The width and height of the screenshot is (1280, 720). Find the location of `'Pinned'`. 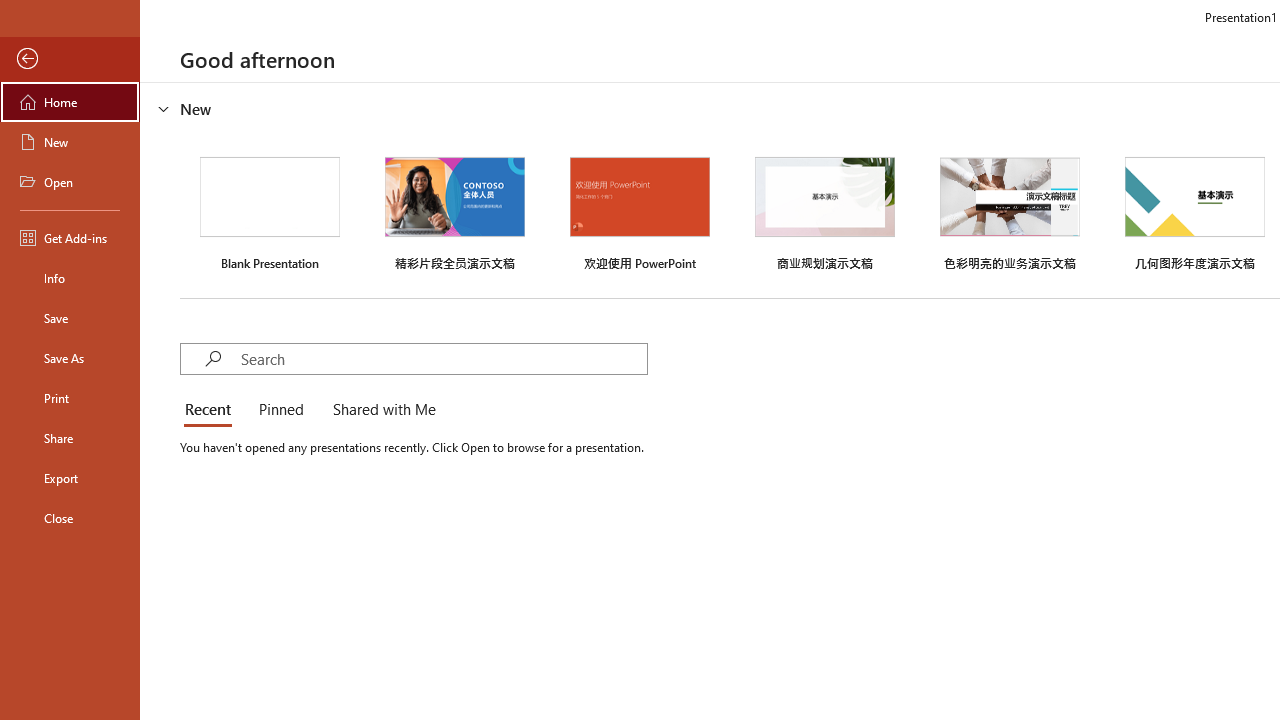

'Pinned' is located at coordinates (279, 410).